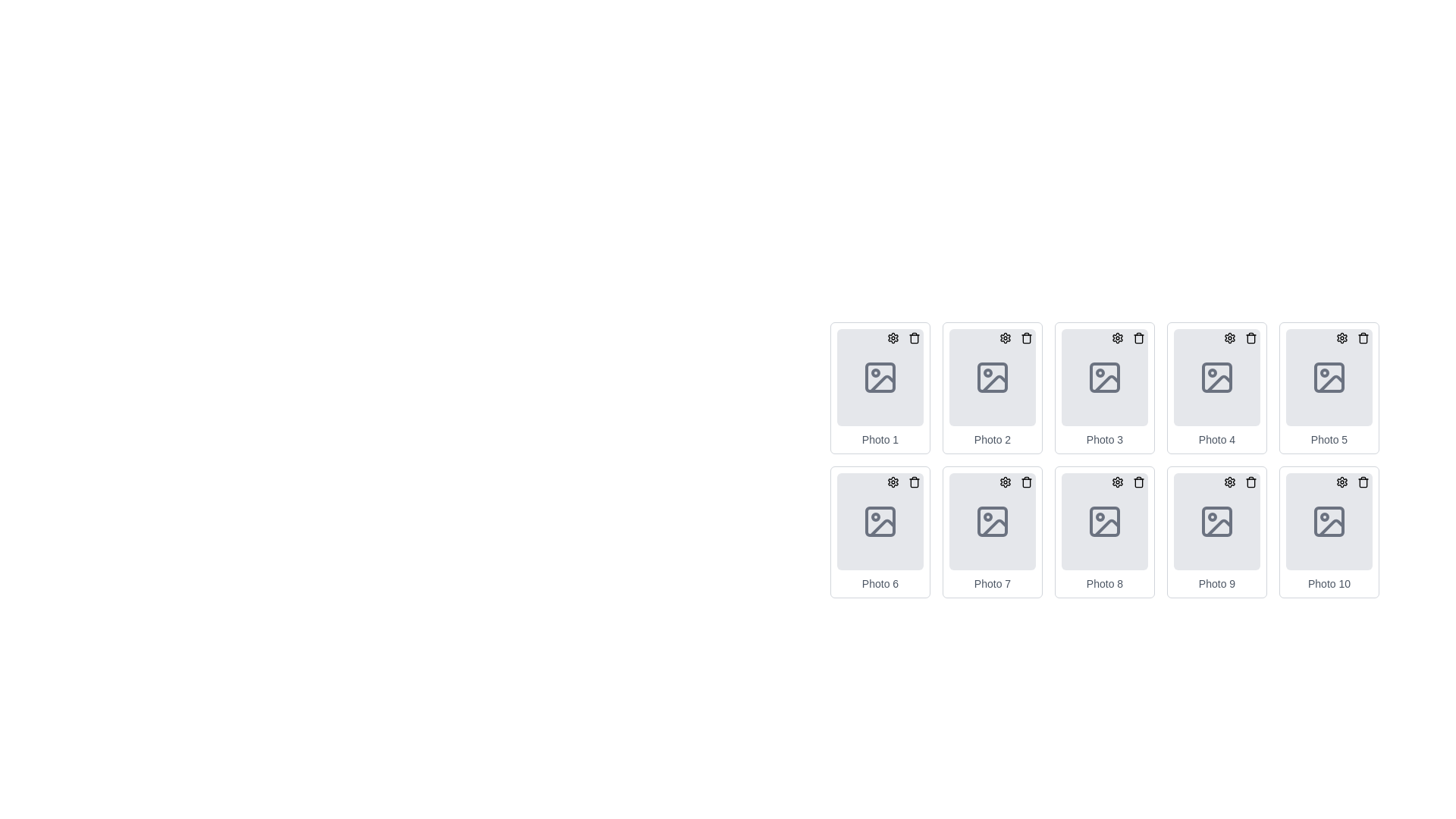 This screenshot has width=1456, height=819. What do you see at coordinates (1216, 439) in the screenshot?
I see `text label displaying 'Photo 4' in a small, gray font located at the lower-central position of the fourth card in the grid of photo cards` at bounding box center [1216, 439].